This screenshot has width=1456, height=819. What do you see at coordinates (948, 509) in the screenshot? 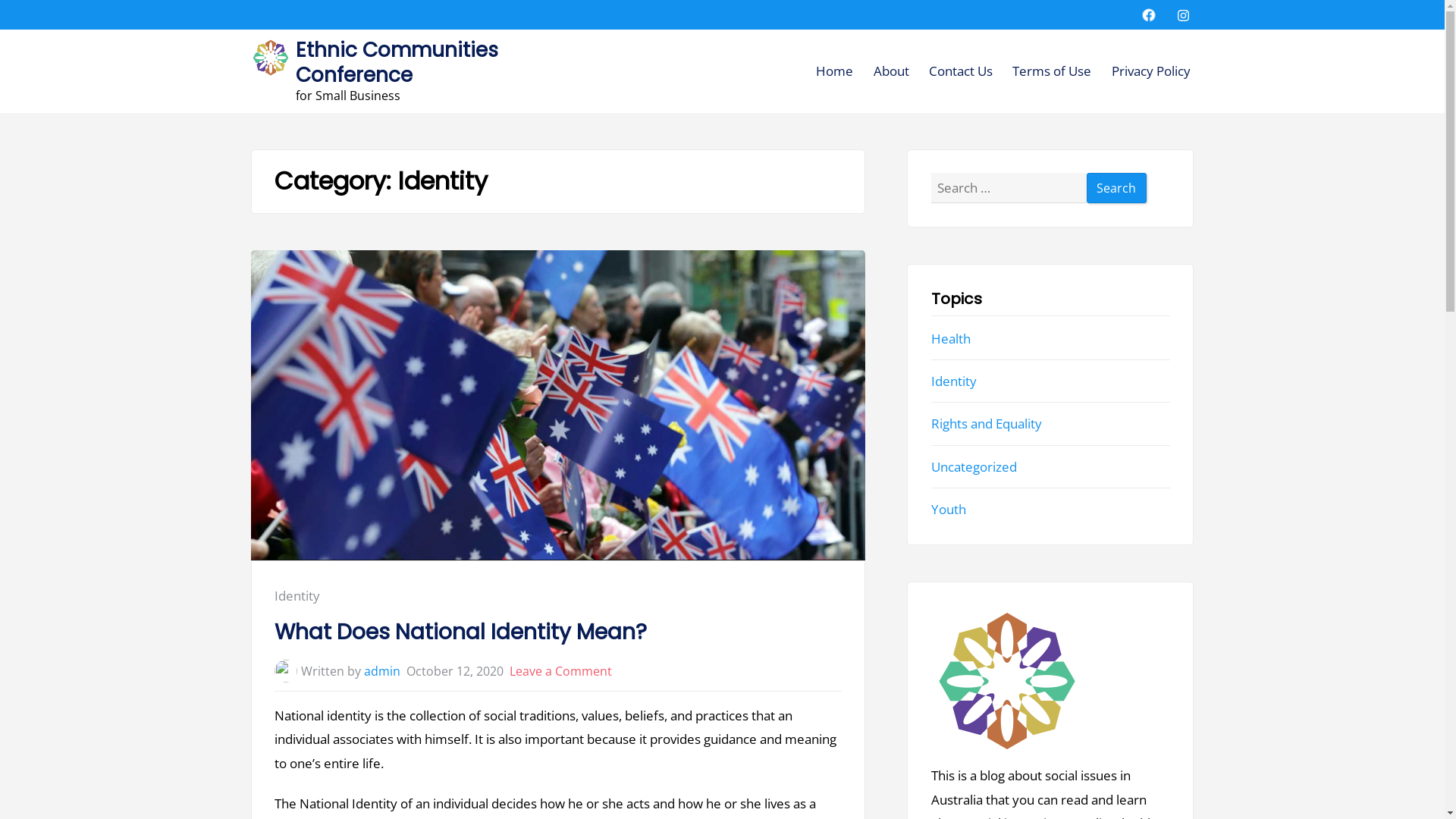
I see `'Youth'` at bounding box center [948, 509].